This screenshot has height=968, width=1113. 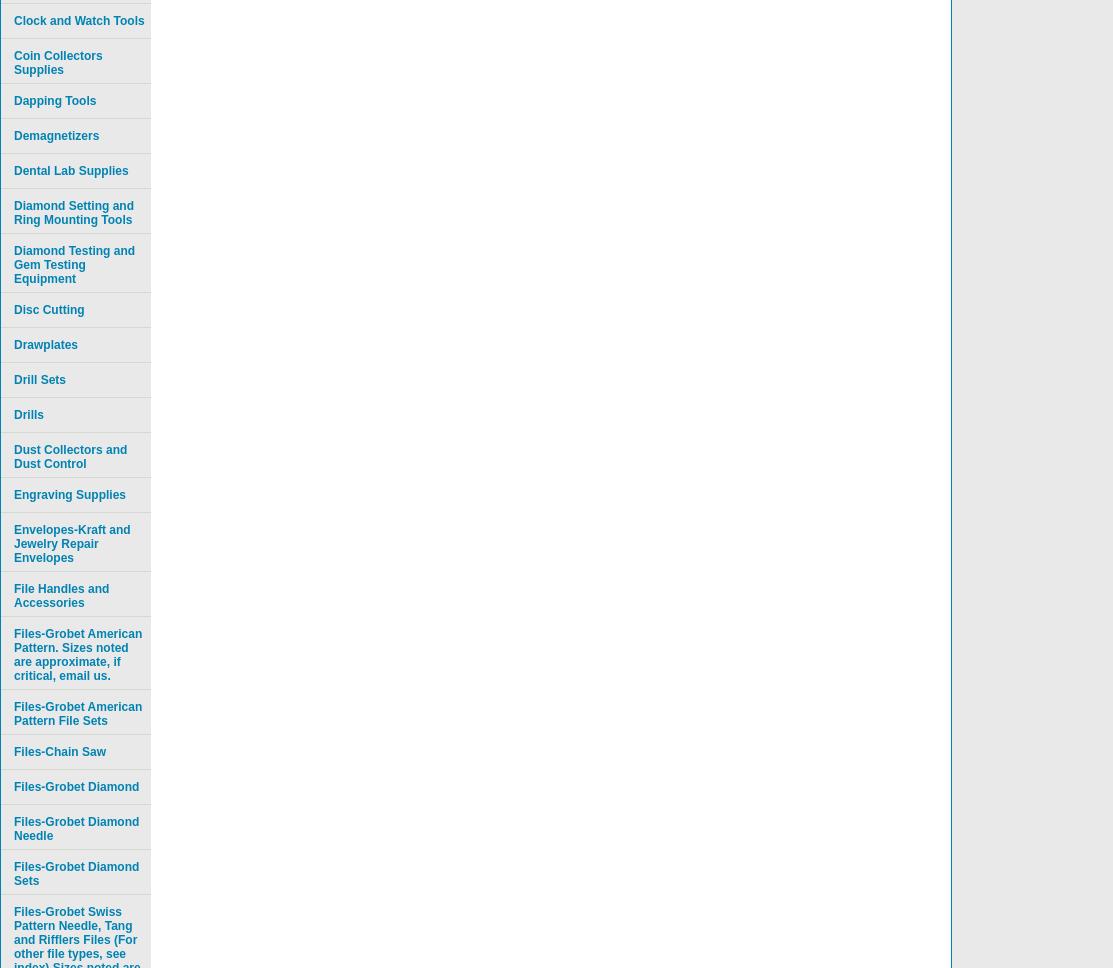 What do you see at coordinates (70, 495) in the screenshot?
I see `'Engraving Supplies'` at bounding box center [70, 495].